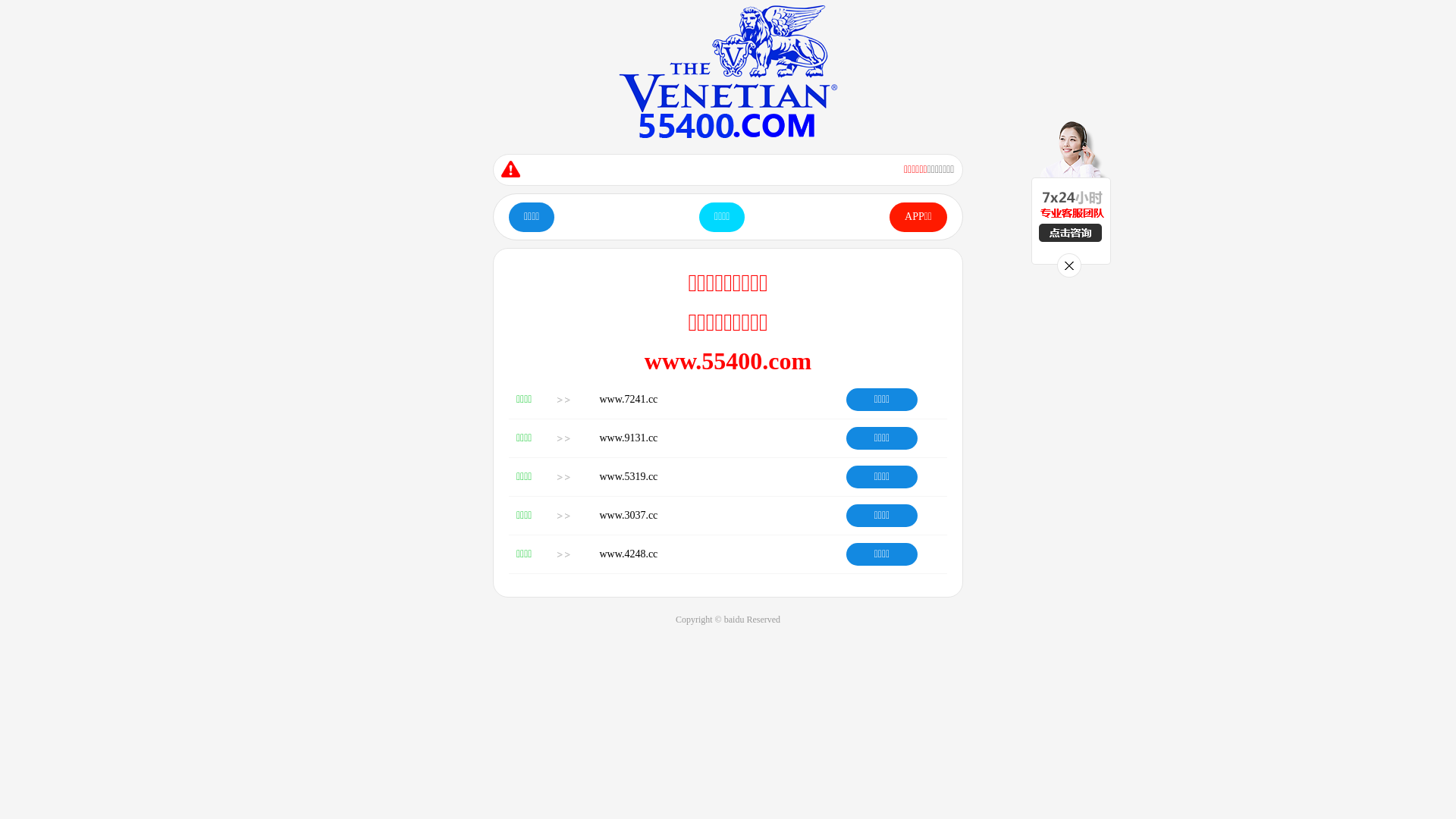  Describe the element at coordinates (628, 514) in the screenshot. I see `'www.3037.cc'` at that location.